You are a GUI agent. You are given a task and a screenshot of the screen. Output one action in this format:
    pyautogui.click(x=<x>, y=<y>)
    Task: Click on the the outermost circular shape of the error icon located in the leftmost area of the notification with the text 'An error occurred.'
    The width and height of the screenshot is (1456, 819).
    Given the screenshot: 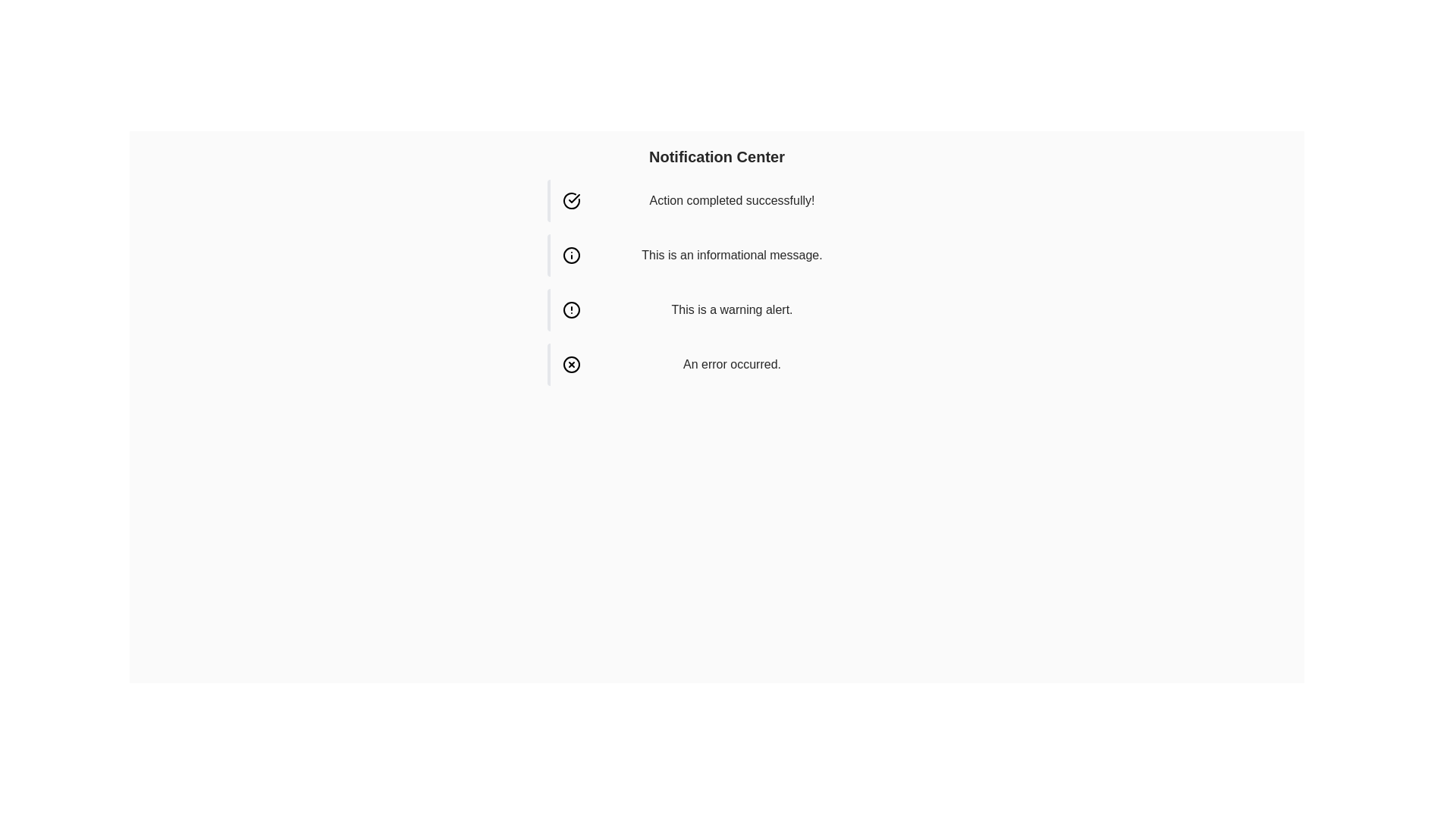 What is the action you would take?
    pyautogui.click(x=570, y=365)
    